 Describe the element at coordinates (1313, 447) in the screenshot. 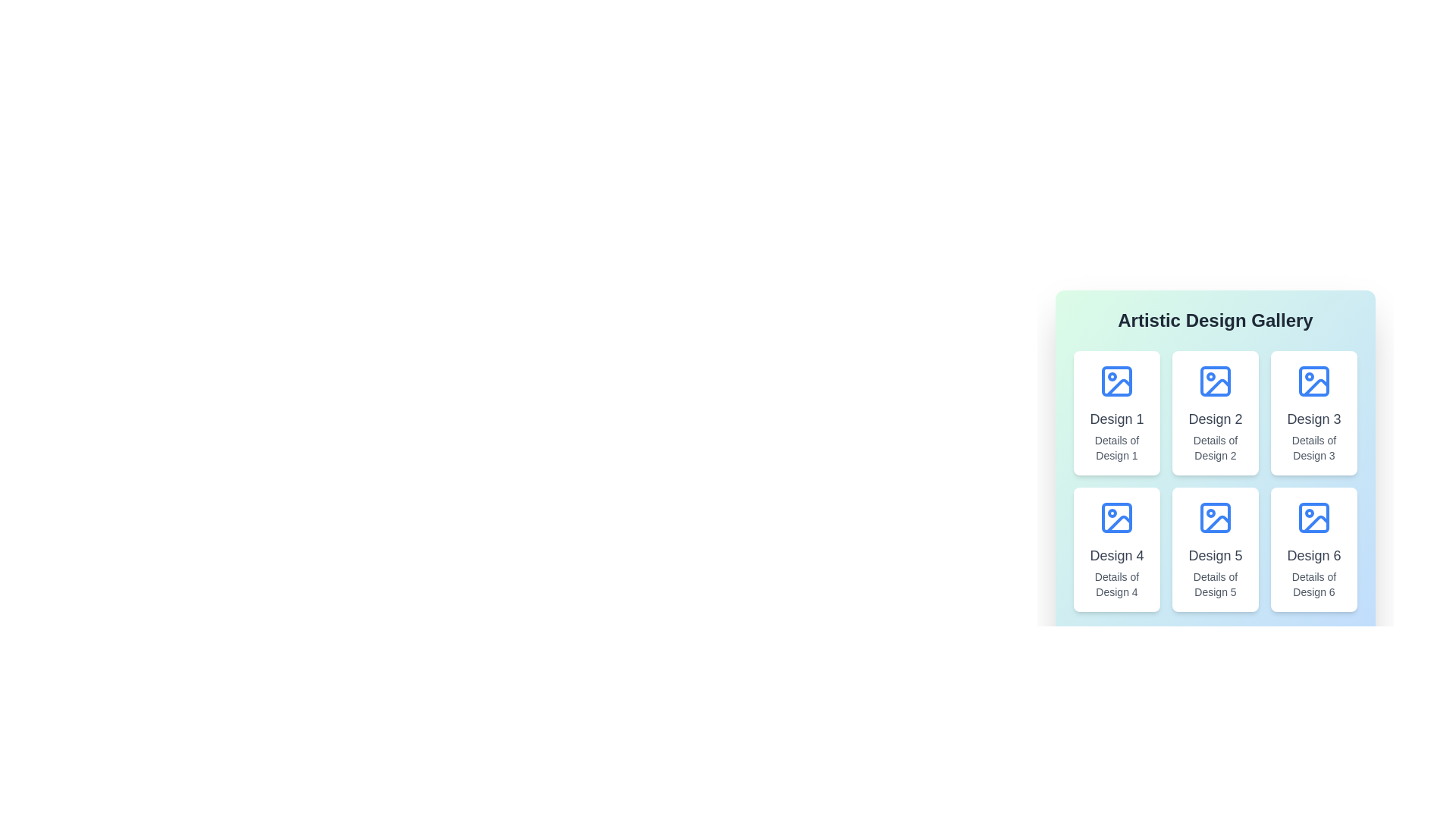

I see `the descriptive subheading text for the 'Design 3' card, which is the second text section located in the top-right position of the card grid` at that location.